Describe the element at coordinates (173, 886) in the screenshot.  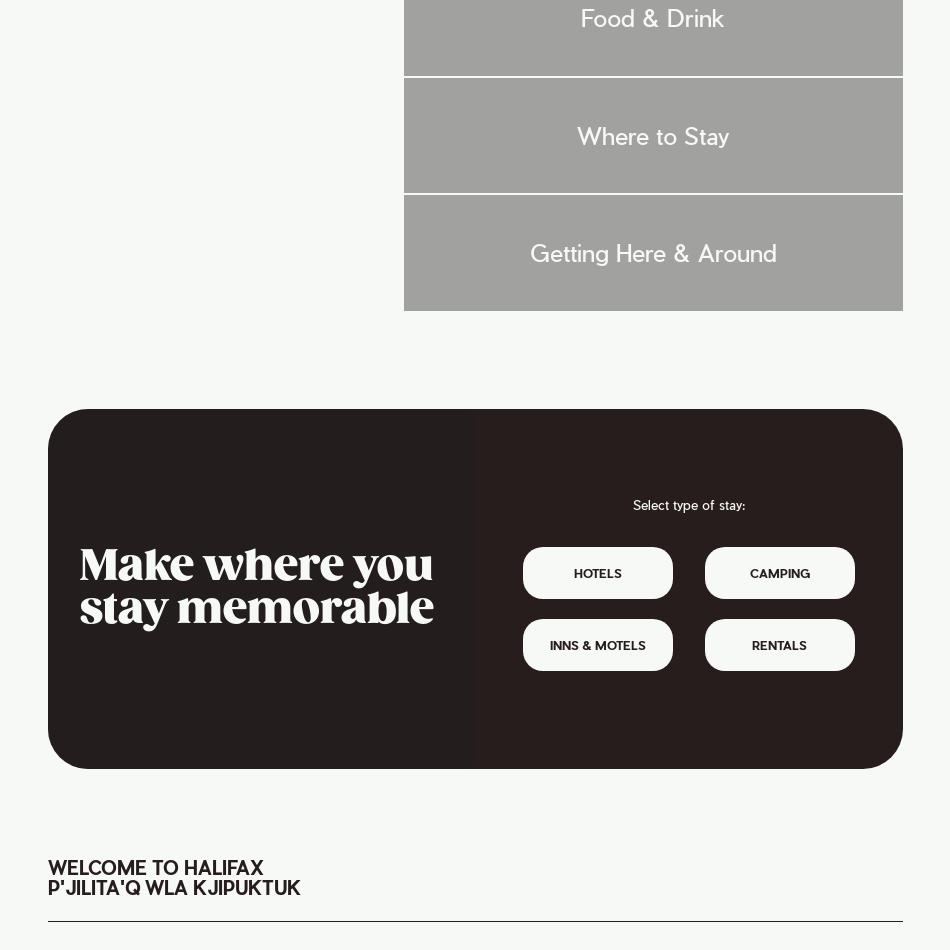
I see `'P'jilita'q wla Kjipuktuk'` at that location.